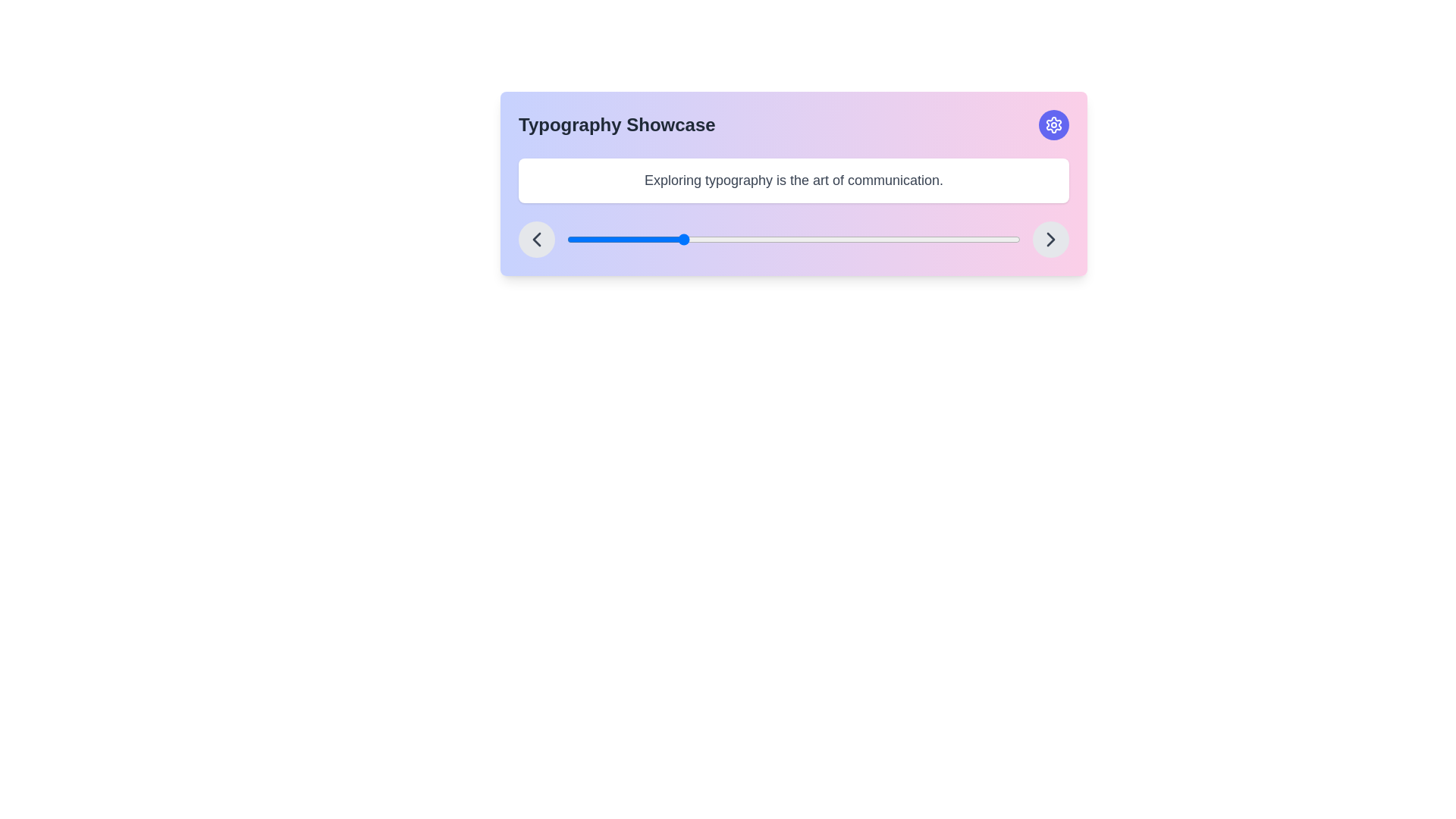  What do you see at coordinates (1053, 124) in the screenshot?
I see `the settings icon located in the top-right corner of the rectangular card interface` at bounding box center [1053, 124].